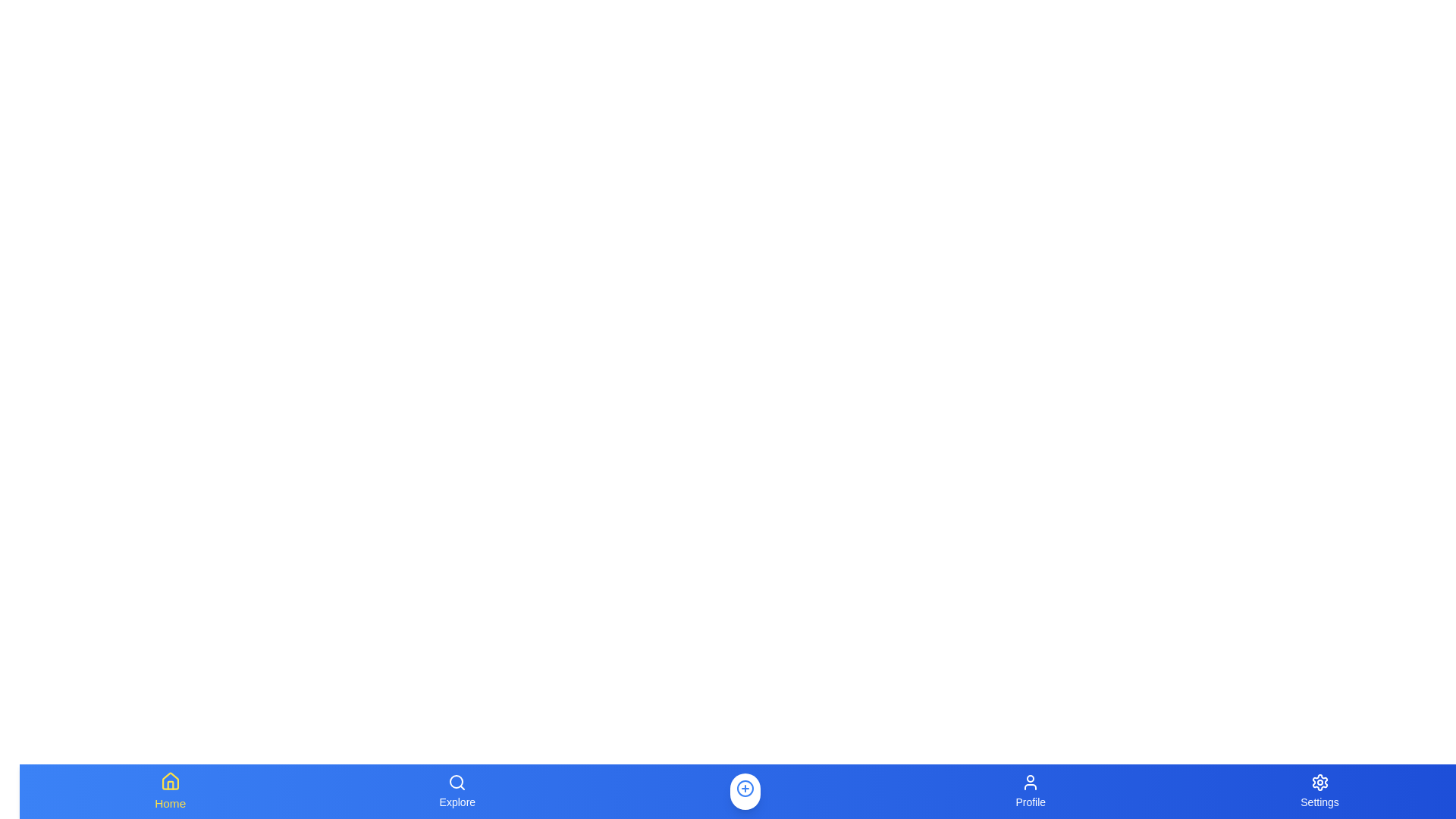 The height and width of the screenshot is (819, 1456). Describe the element at coordinates (170, 791) in the screenshot. I see `the Home button in the navigation bar to navigate to the corresponding section` at that location.